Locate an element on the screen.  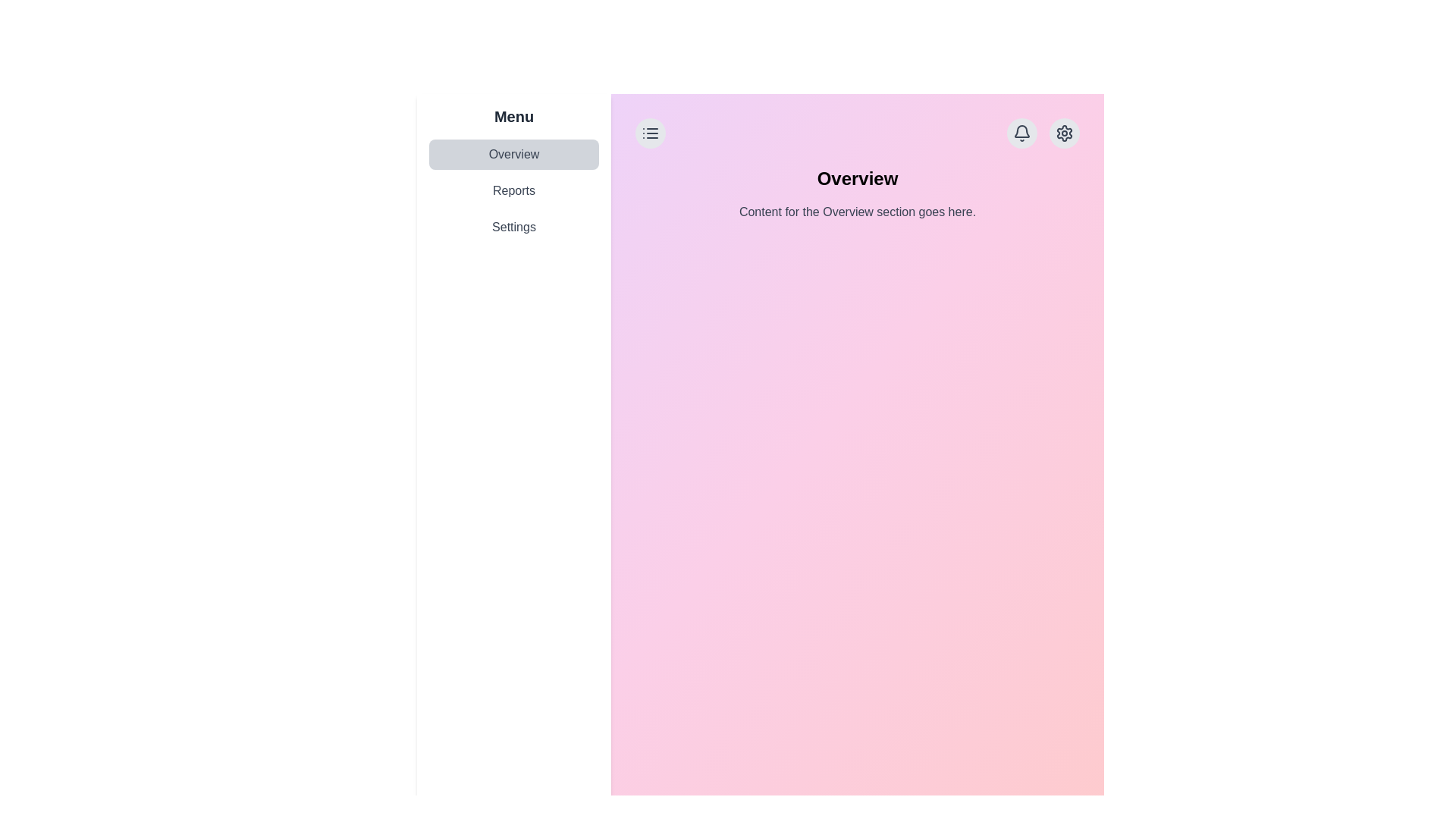
the 'Reports' menu option in the vertical list of menu items located beneath the 'Menu' title on the left sidebar is located at coordinates (513, 190).